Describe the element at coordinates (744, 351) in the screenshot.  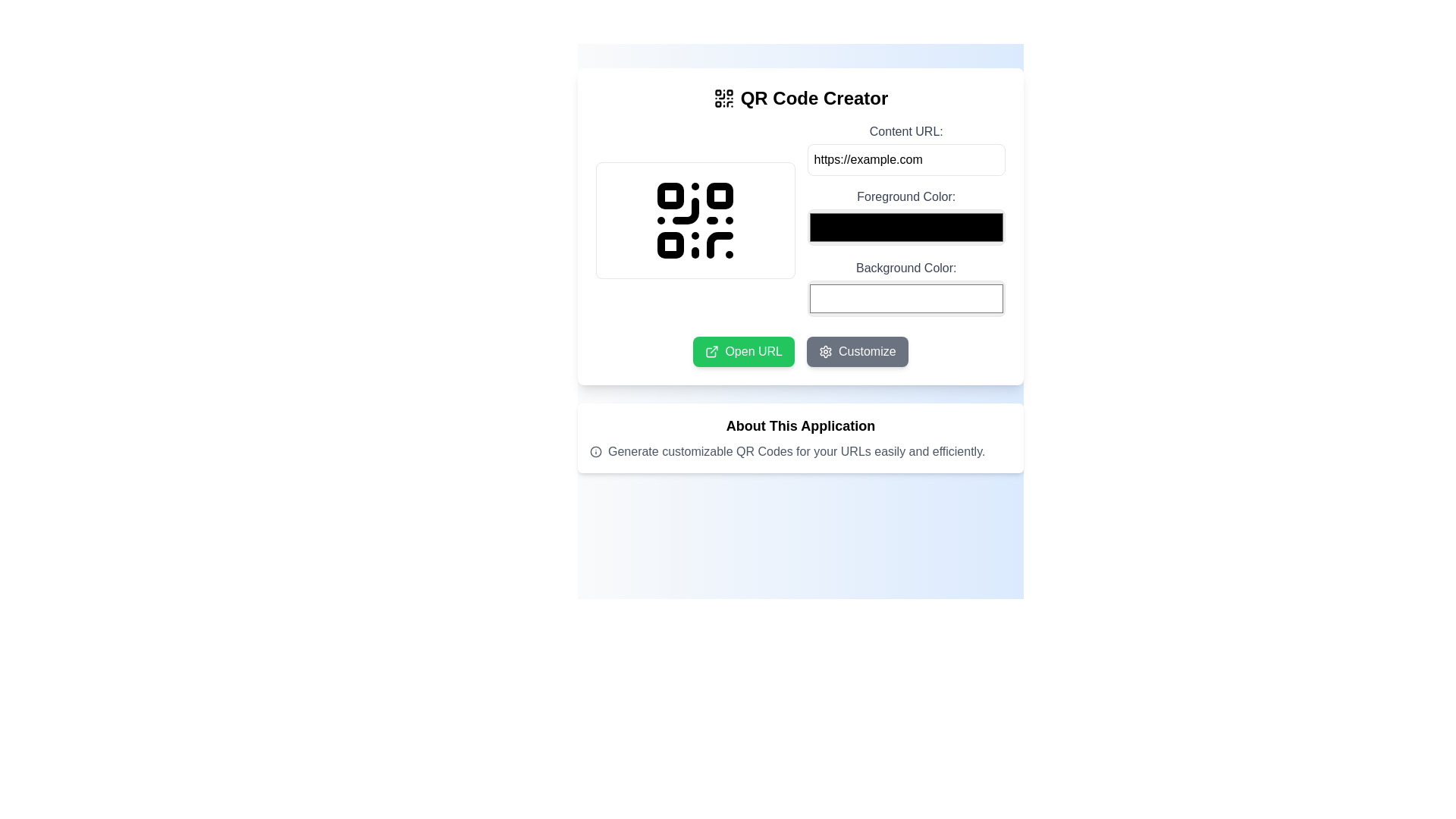
I see `the button located near the bottom of the central section of the interface, which opens a URL when clicked` at that location.